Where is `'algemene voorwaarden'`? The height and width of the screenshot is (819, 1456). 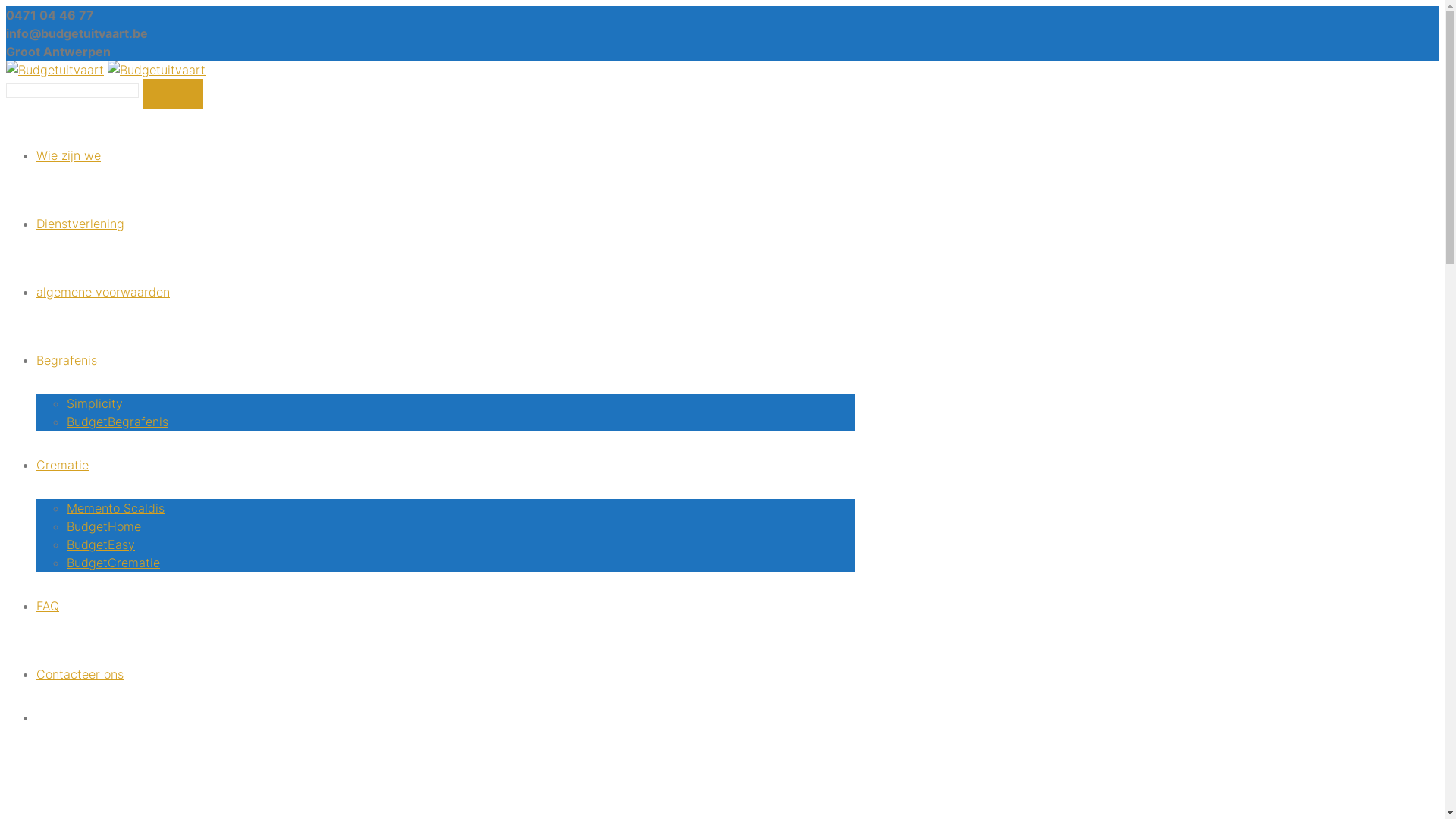 'algemene voorwaarden' is located at coordinates (102, 292).